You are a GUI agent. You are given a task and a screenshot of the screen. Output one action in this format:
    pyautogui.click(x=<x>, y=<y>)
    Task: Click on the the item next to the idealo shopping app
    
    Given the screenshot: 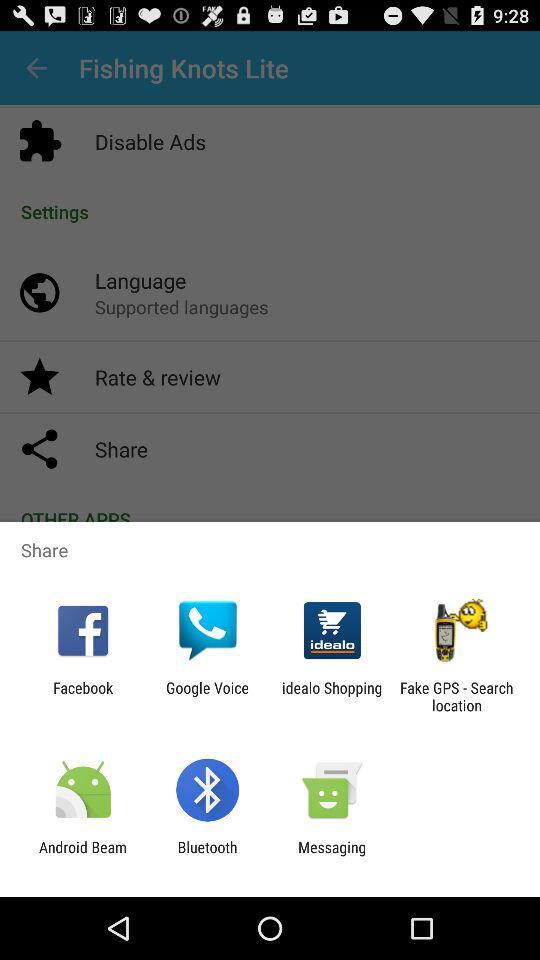 What is the action you would take?
    pyautogui.click(x=206, y=696)
    